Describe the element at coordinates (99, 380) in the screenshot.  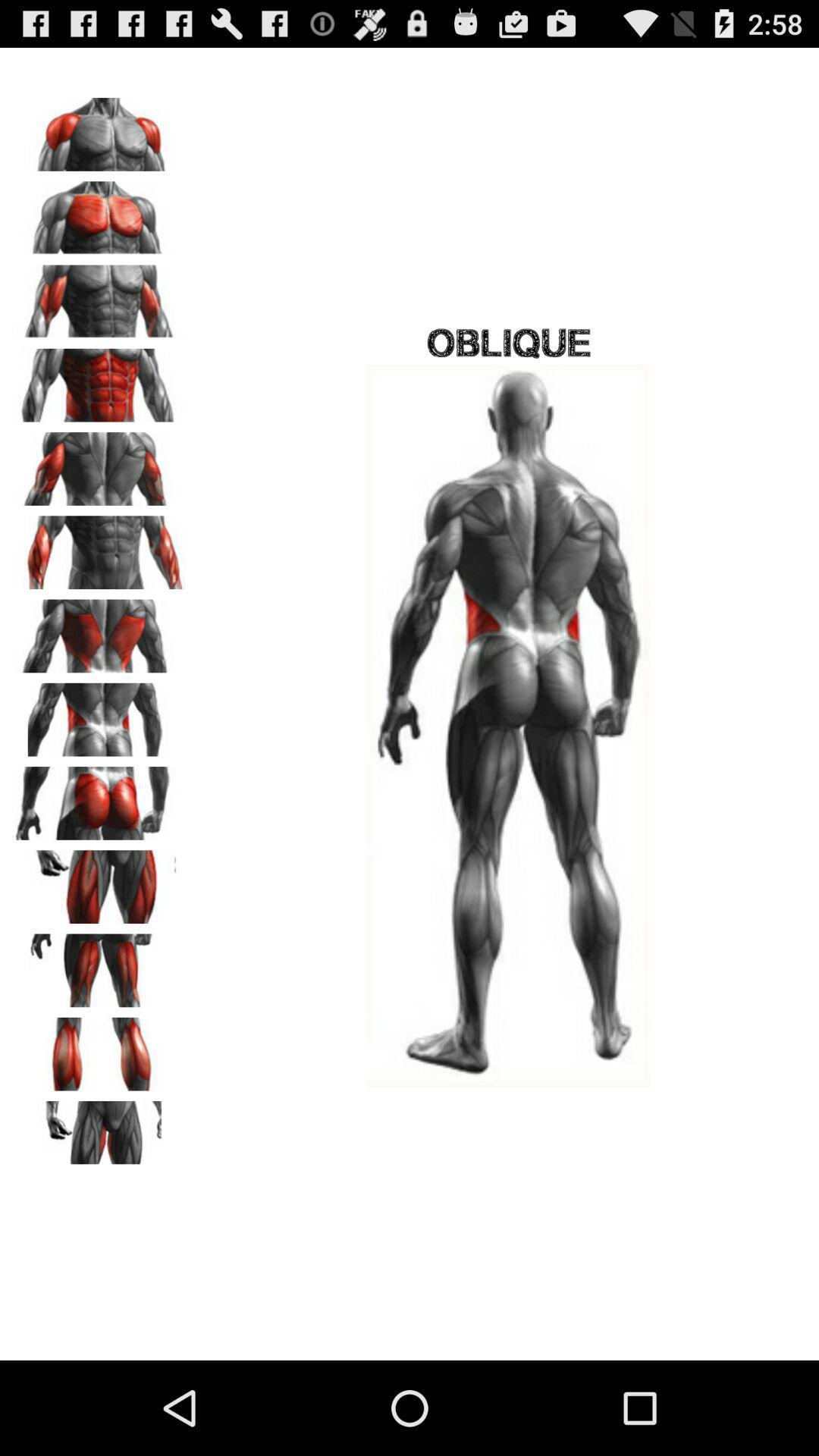
I see `display abdominals` at that location.